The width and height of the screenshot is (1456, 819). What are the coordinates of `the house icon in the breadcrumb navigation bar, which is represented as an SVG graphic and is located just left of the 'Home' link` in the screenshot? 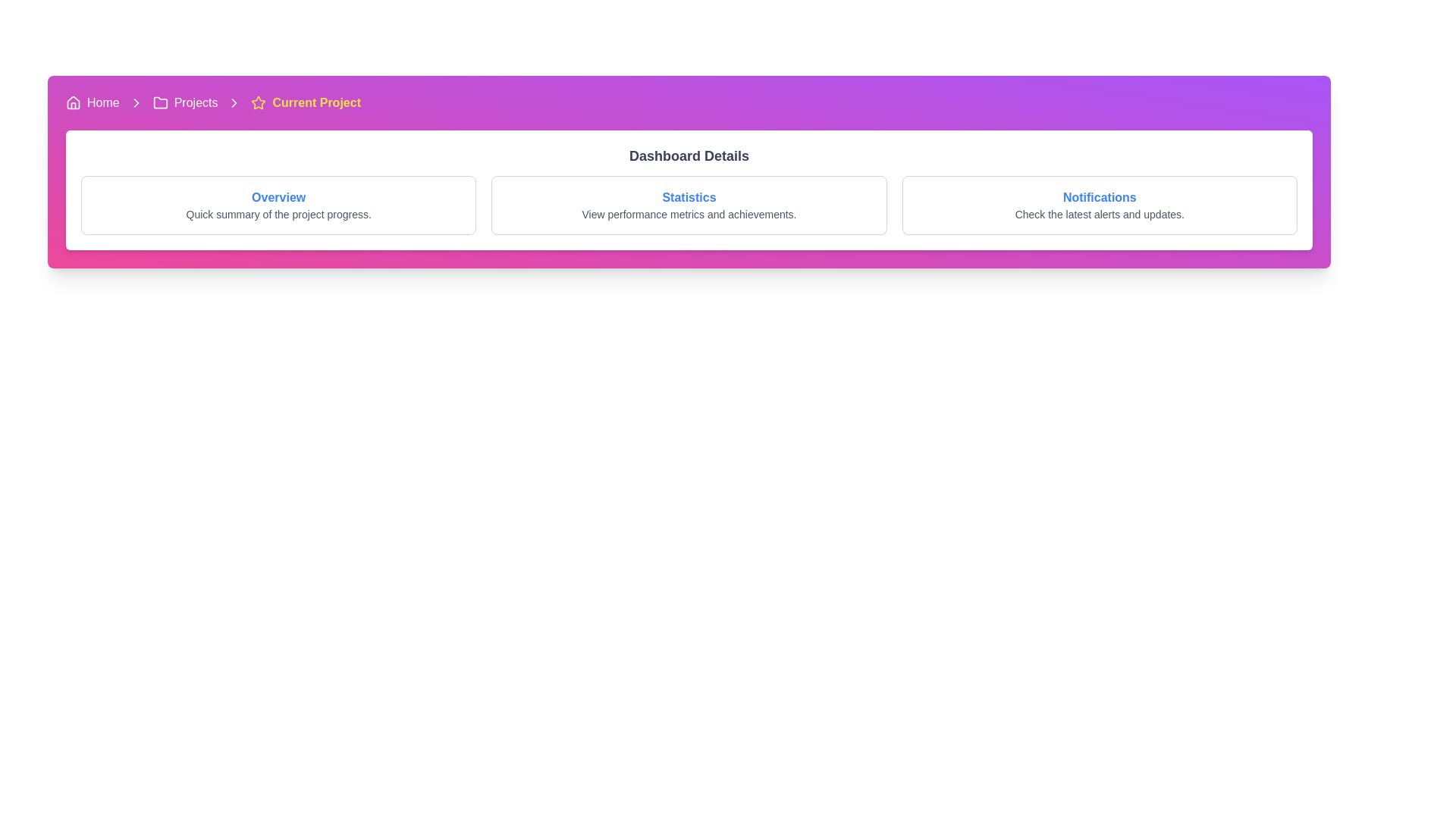 It's located at (72, 102).